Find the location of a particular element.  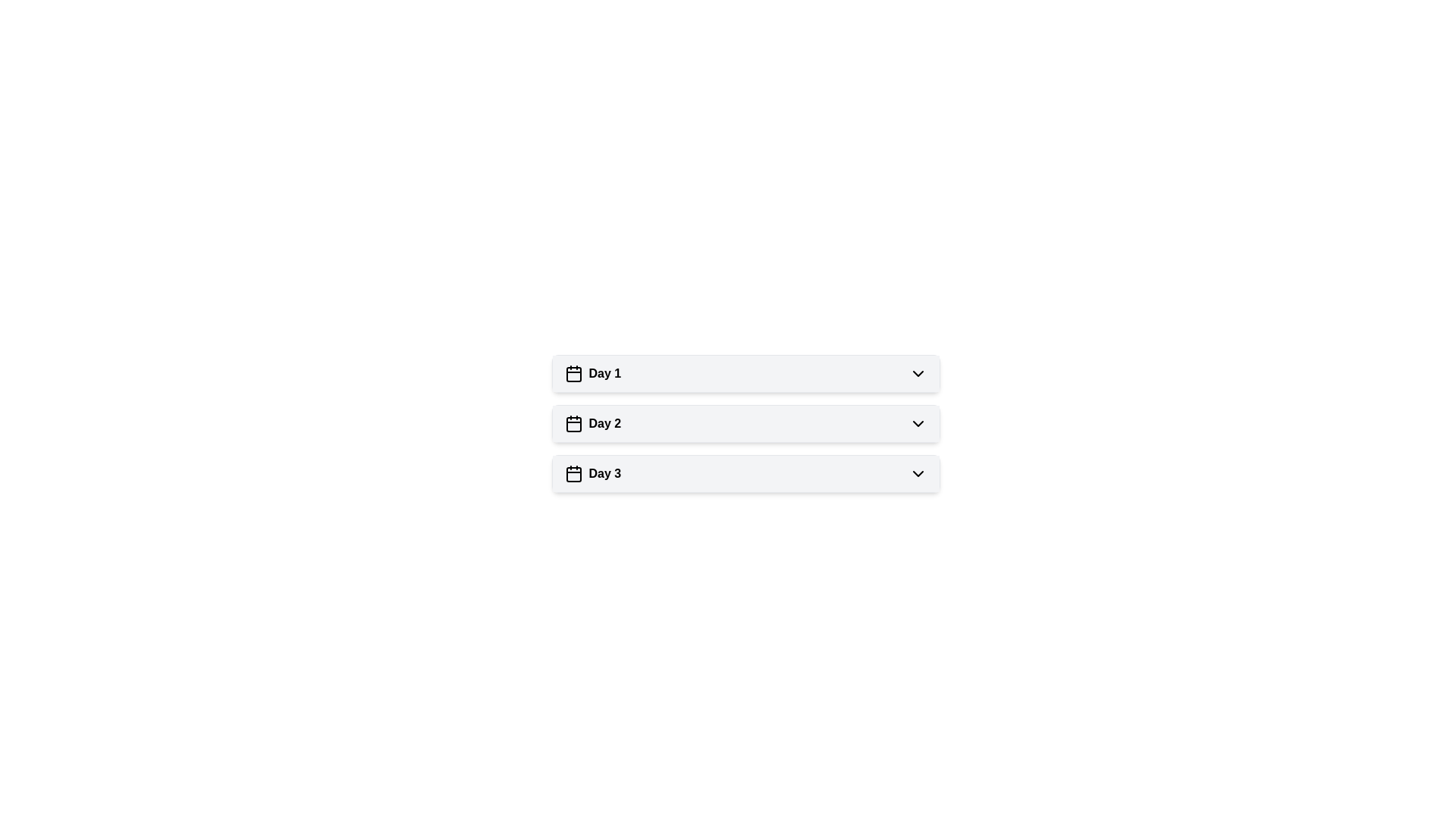

to select 'Day 2' from the interactive list item located in the middle of the vertical list, below 'Day 1' and above 'Day 3' is located at coordinates (745, 424).